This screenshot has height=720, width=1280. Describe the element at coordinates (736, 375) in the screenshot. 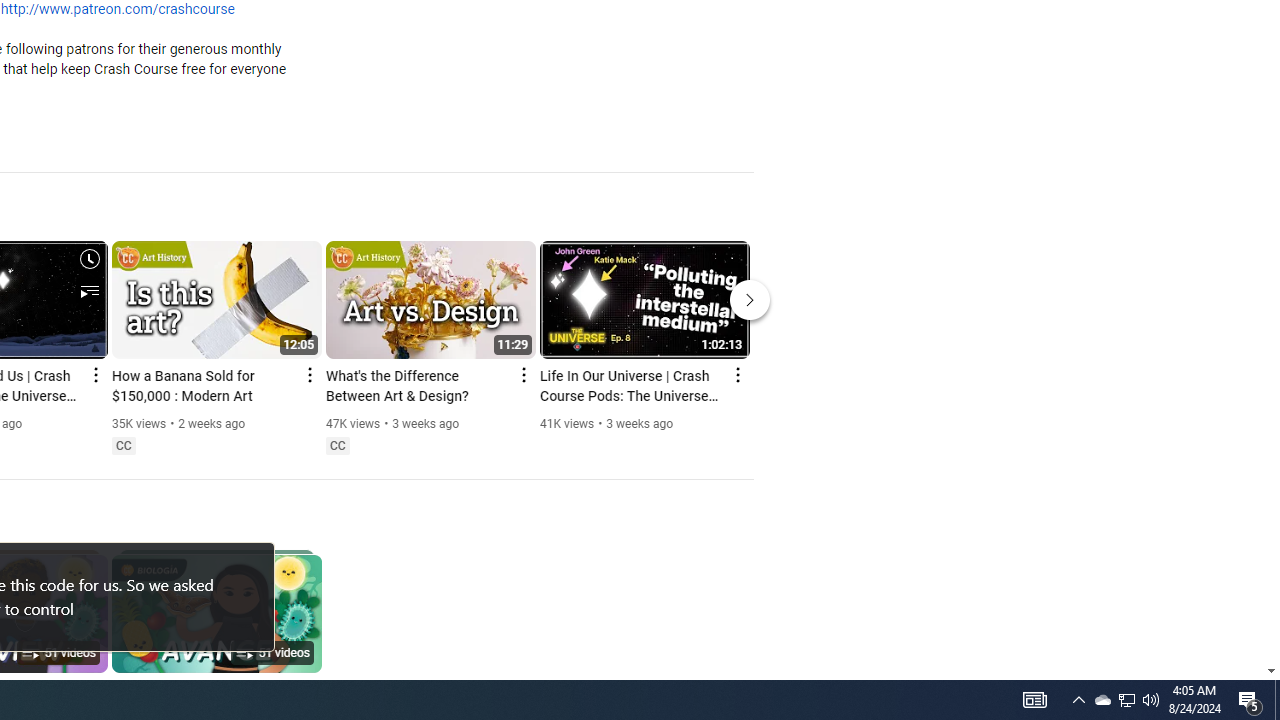

I see `'Action menu'` at that location.